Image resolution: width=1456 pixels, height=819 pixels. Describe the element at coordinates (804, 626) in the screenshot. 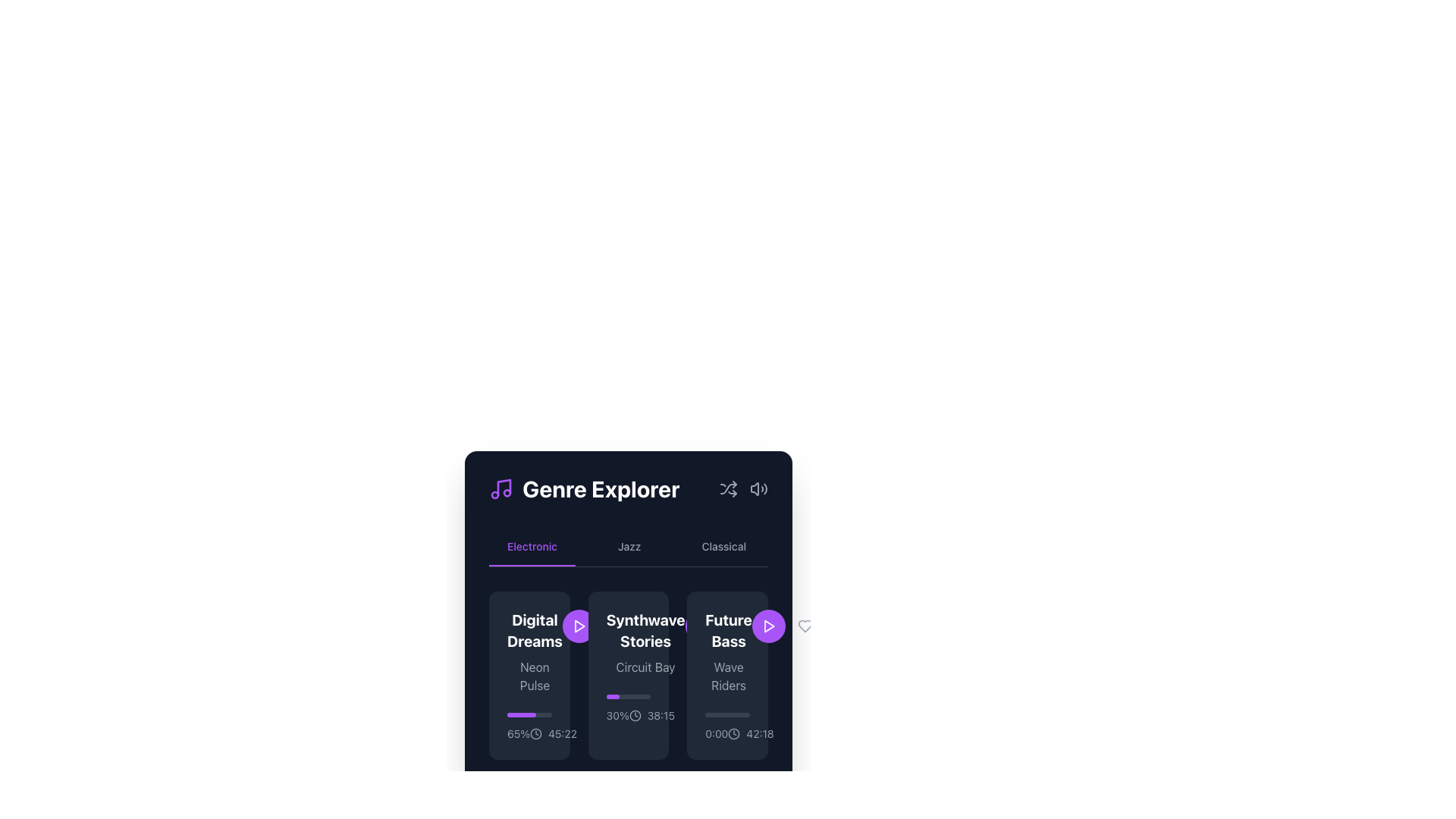

I see `the heart-shaped icon located` at that location.